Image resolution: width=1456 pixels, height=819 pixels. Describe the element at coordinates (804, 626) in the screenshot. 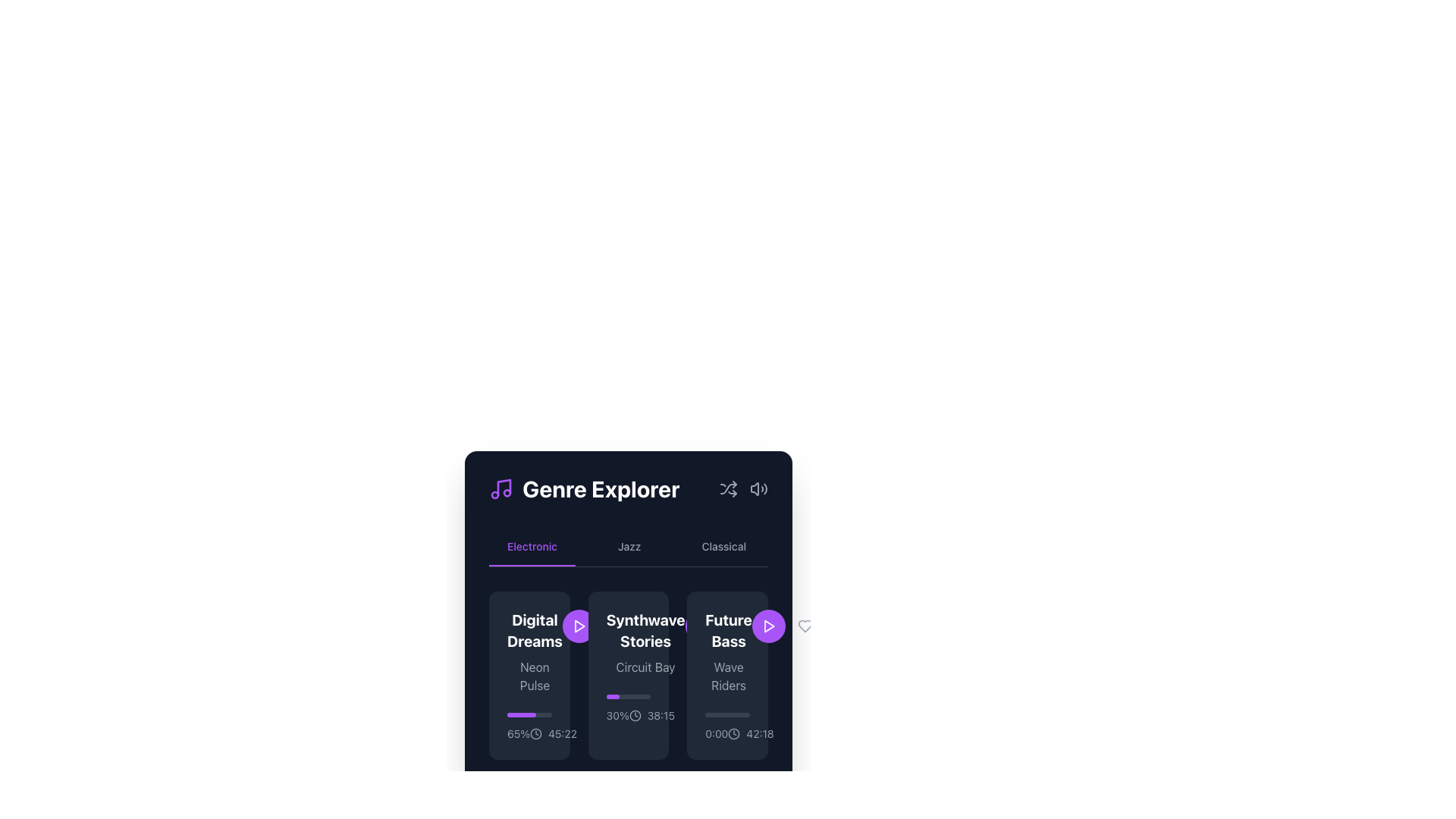

I see `the heart-shaped icon located` at that location.